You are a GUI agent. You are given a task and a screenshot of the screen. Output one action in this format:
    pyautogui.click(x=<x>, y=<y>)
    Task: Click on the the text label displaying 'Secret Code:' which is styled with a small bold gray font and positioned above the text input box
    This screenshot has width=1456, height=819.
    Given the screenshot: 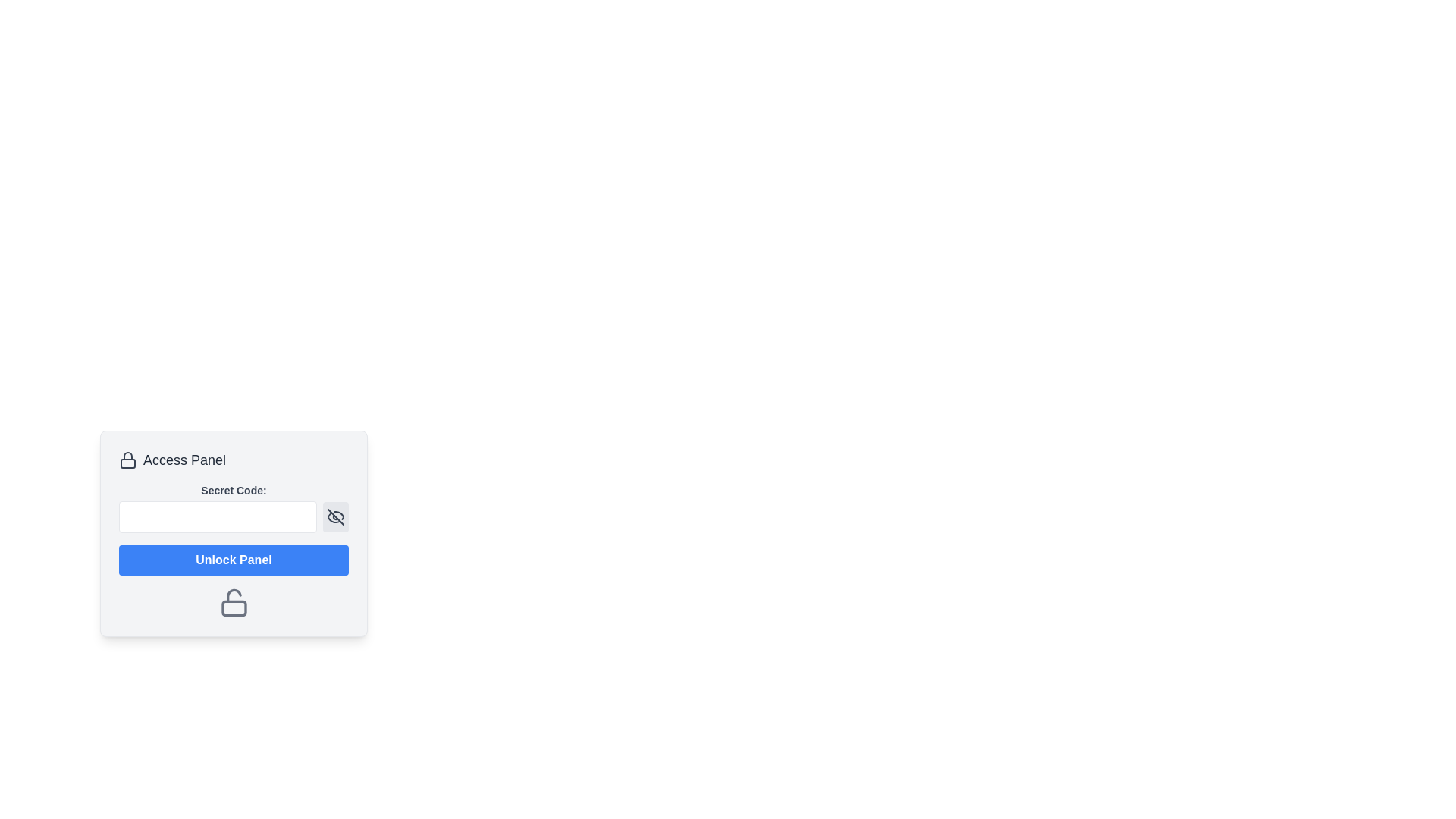 What is the action you would take?
    pyautogui.click(x=233, y=491)
    